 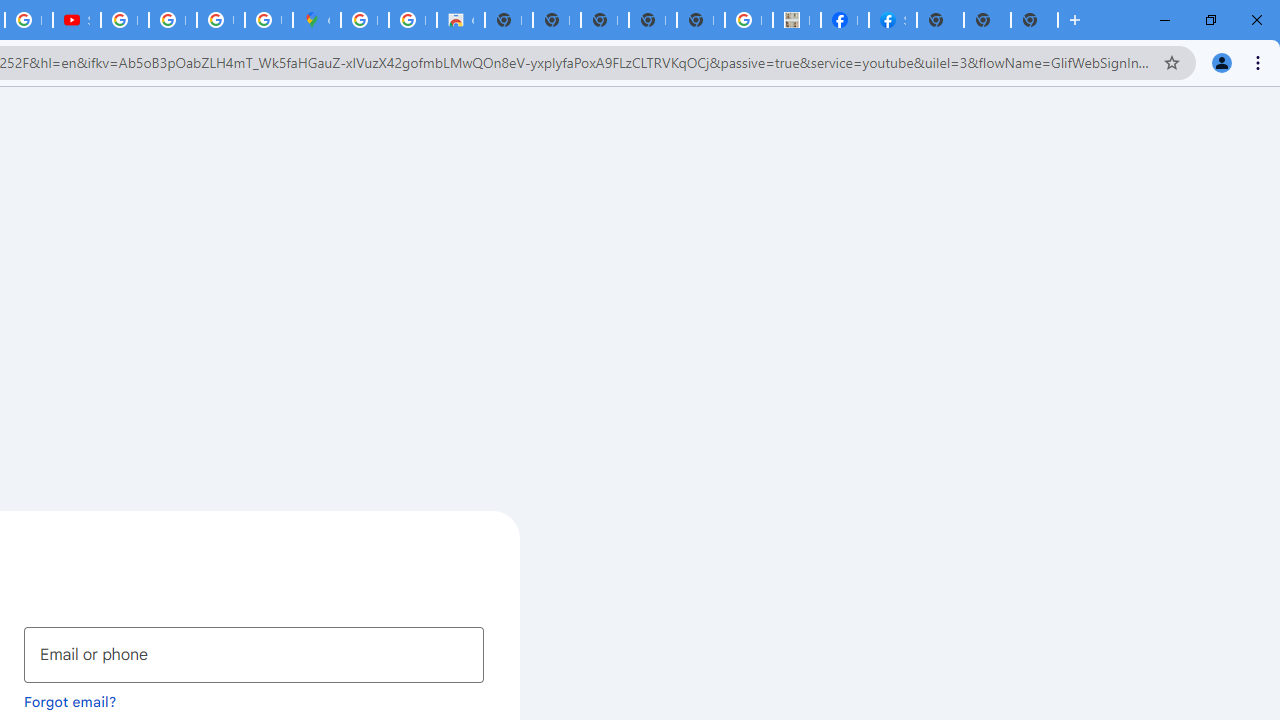 What do you see at coordinates (70, 700) in the screenshot?
I see `'Forgot email?'` at bounding box center [70, 700].